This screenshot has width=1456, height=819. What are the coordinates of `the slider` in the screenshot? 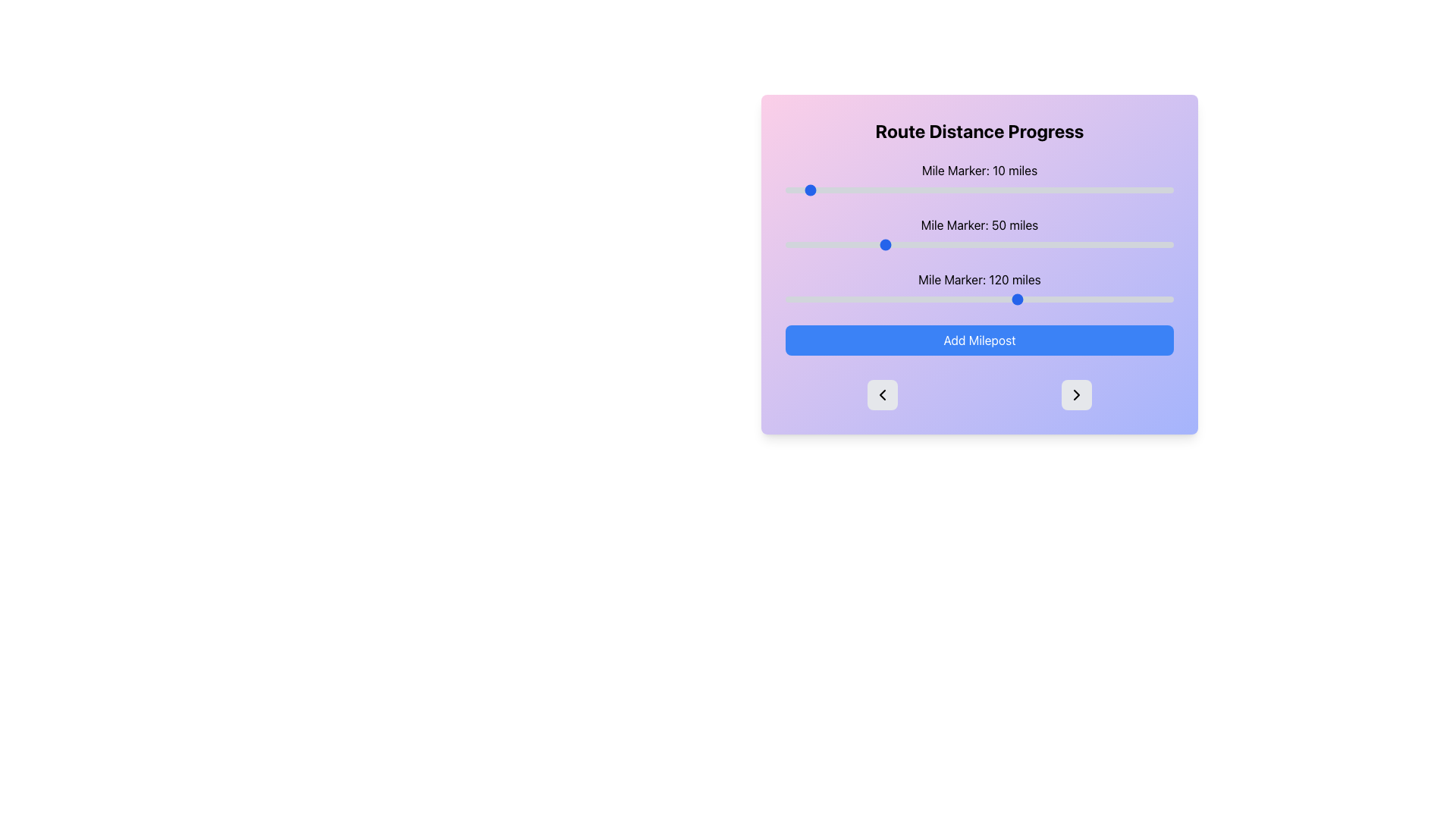 It's located at (911, 189).